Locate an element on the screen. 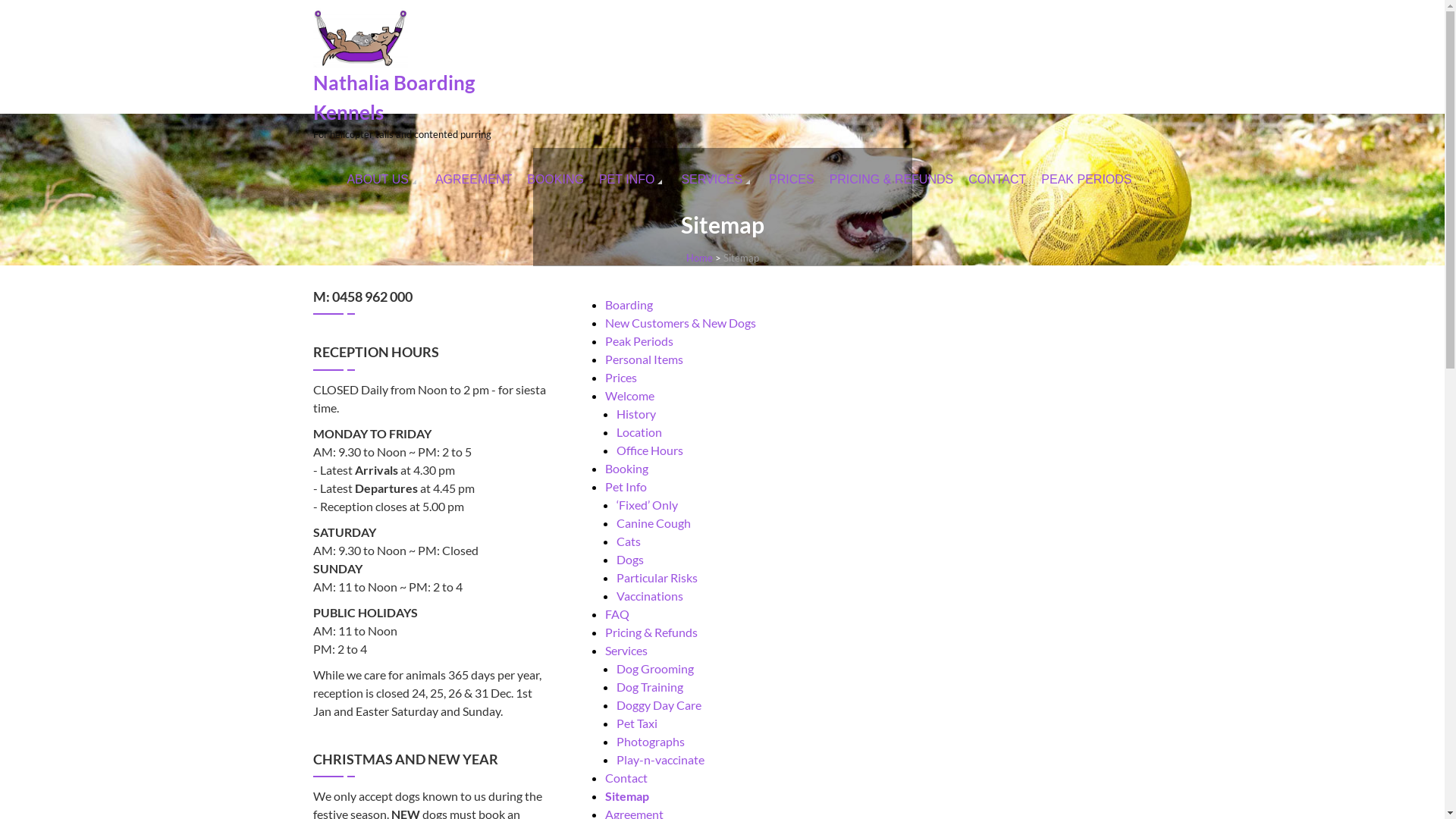  'History' is located at coordinates (636, 413).